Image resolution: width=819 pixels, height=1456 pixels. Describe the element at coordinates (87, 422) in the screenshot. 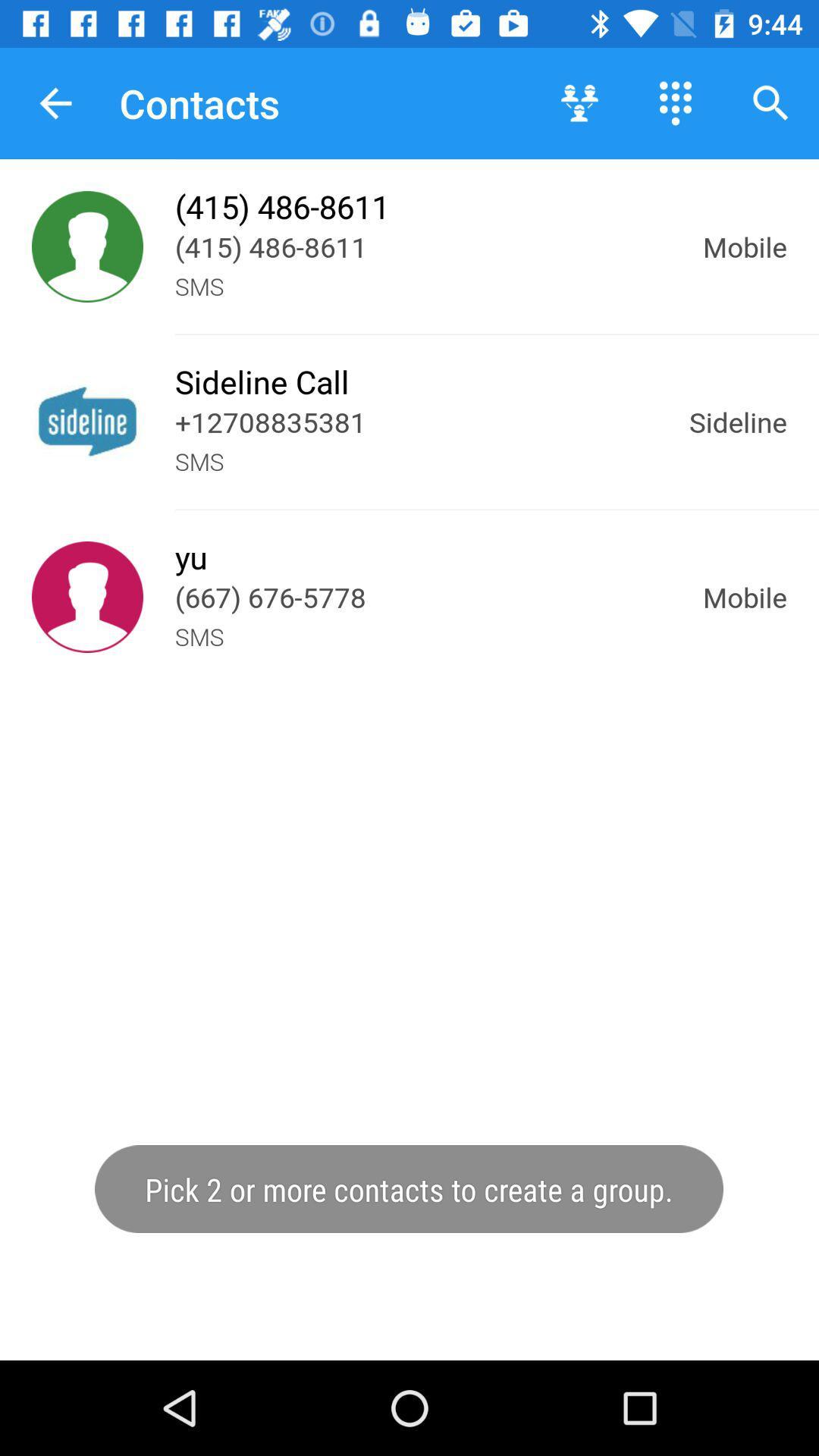

I see `contact name` at that location.